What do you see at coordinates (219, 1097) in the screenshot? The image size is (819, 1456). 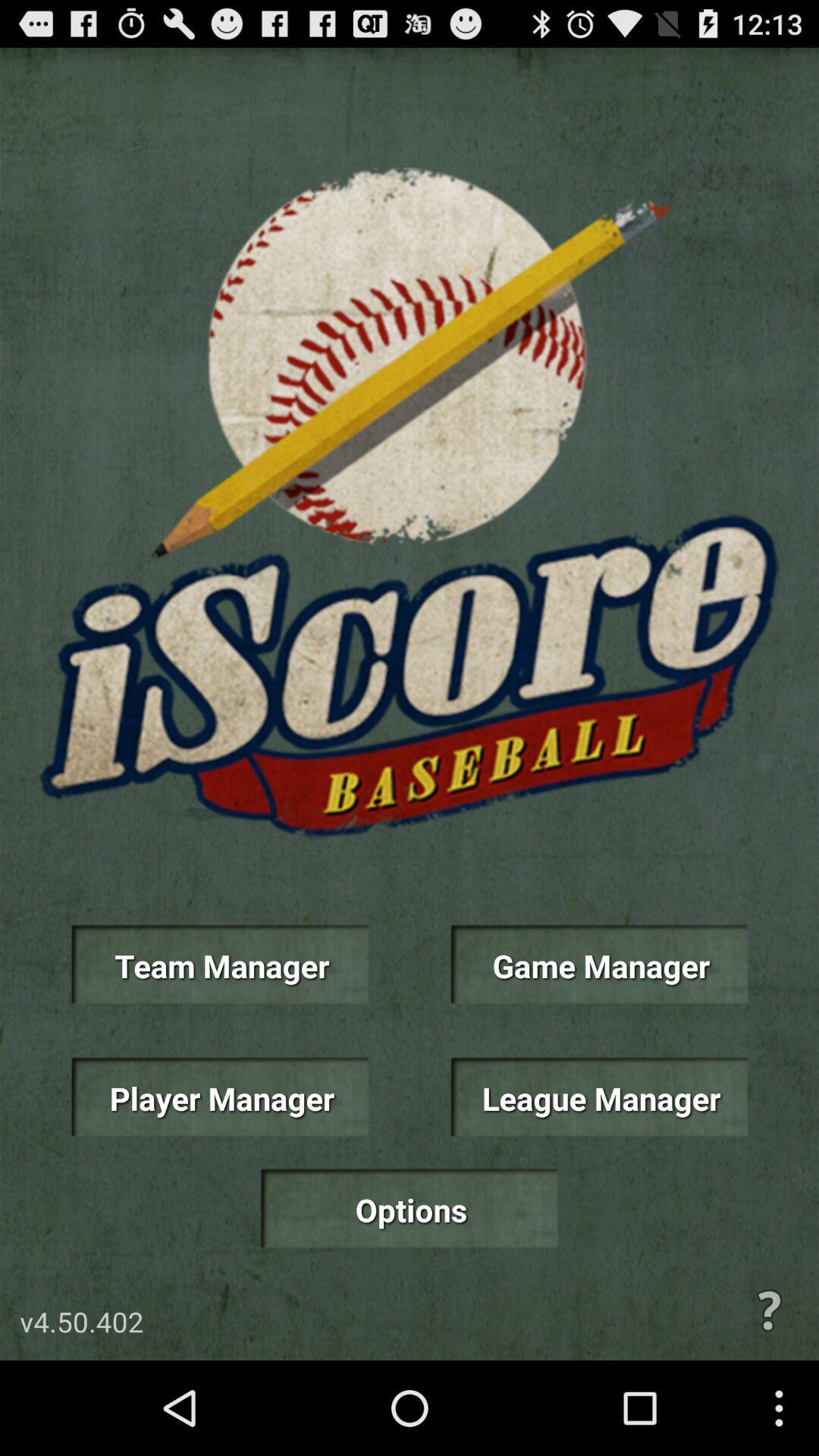 I see `the player manager icon` at bounding box center [219, 1097].